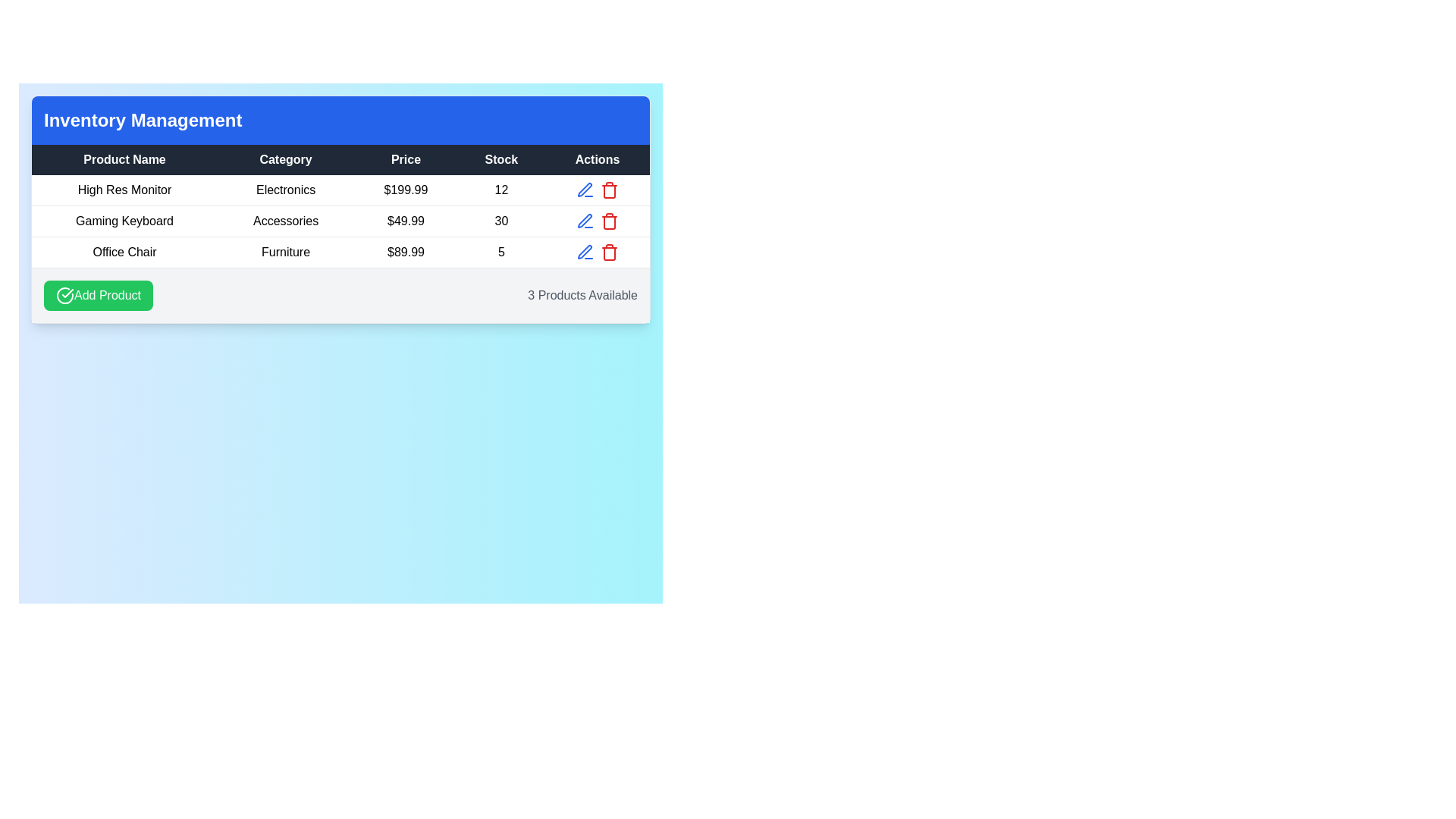  Describe the element at coordinates (406, 190) in the screenshot. I see `the price label displaying the cost of the product 'High Res Monitor' located in the first row of the data table under the 'Price' column` at that location.